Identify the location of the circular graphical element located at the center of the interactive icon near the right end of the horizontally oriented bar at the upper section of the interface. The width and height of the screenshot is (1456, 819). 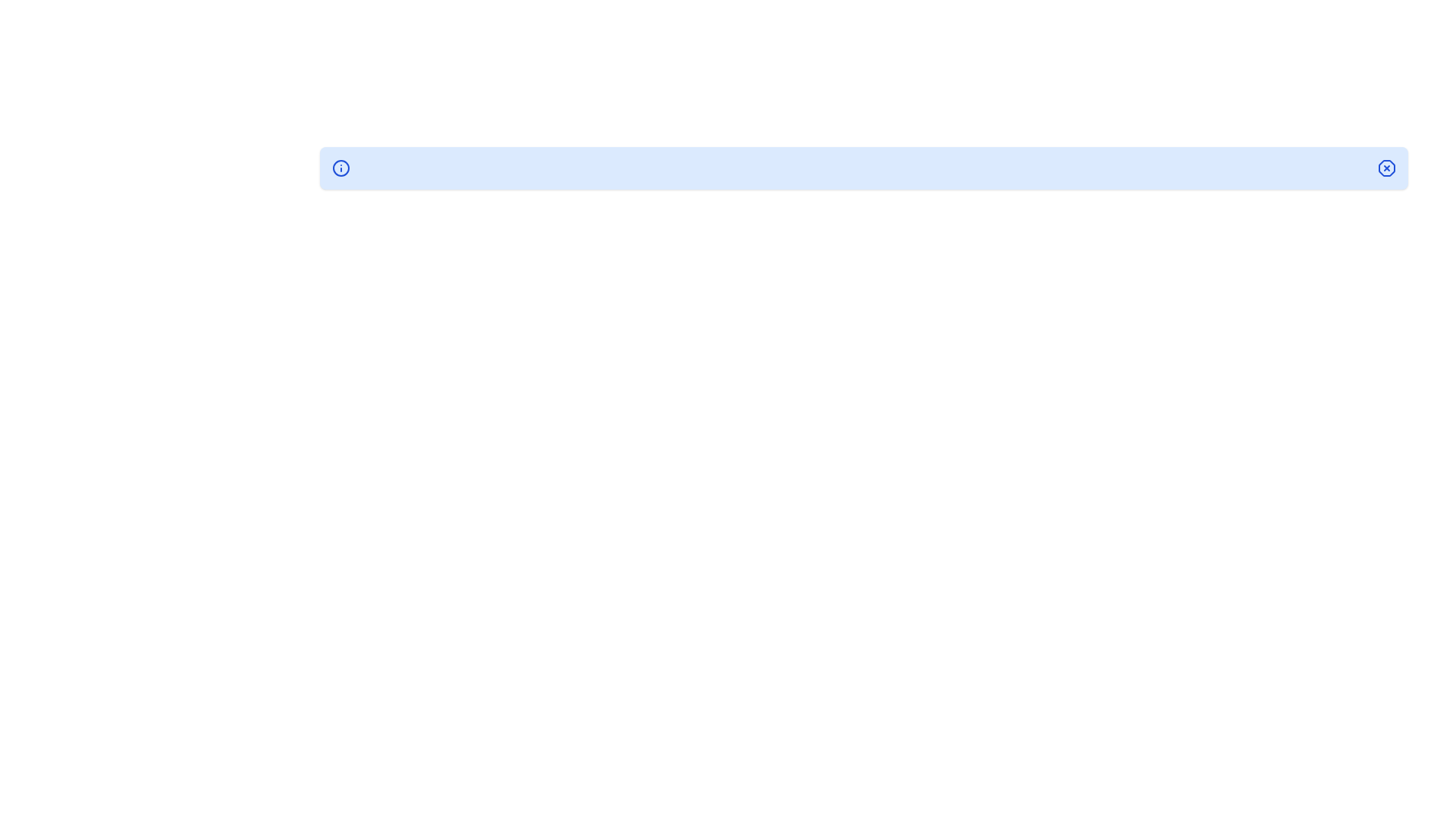
(340, 168).